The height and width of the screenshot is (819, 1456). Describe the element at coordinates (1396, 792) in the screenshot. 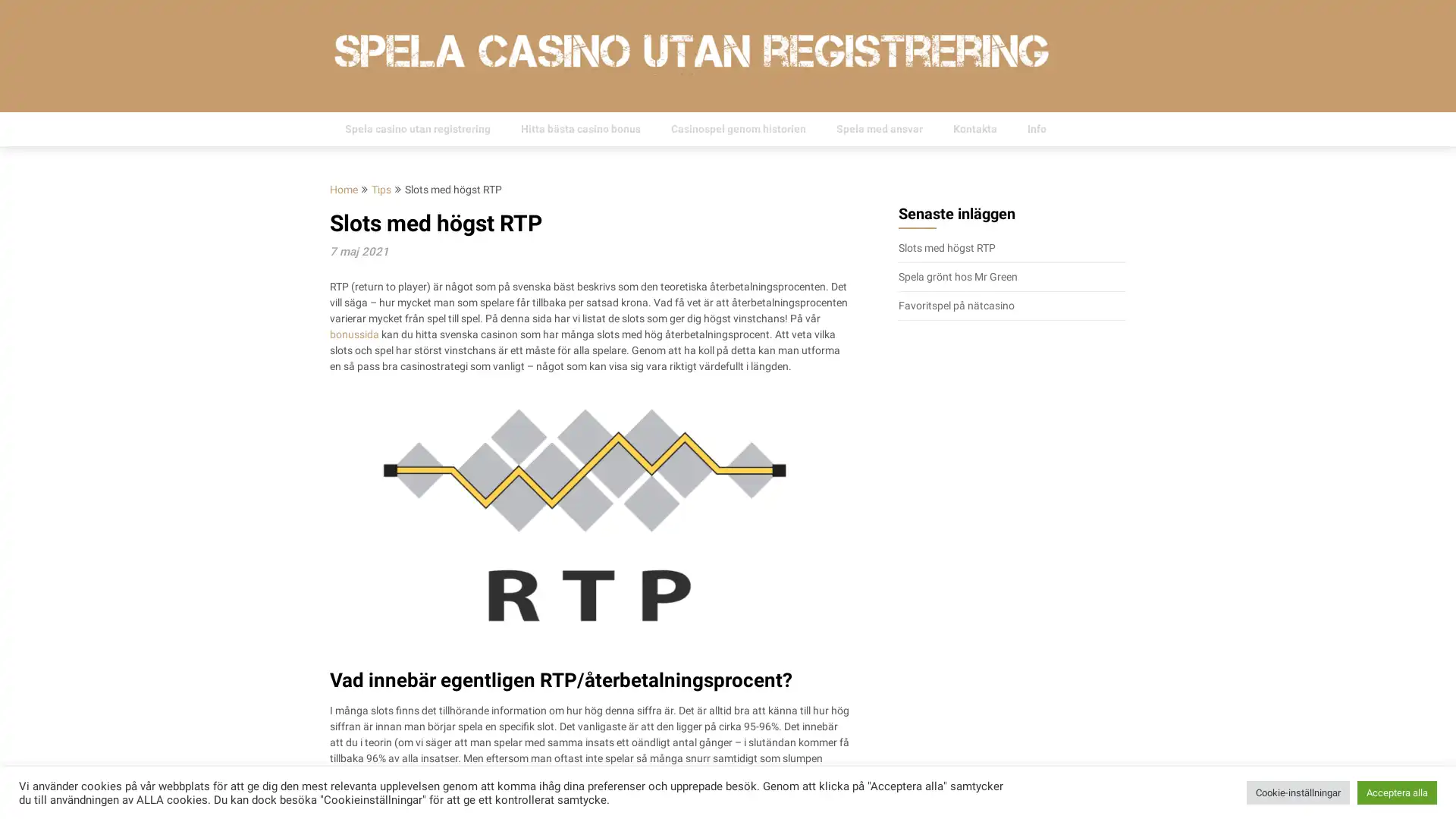

I see `Acceptera alla` at that location.